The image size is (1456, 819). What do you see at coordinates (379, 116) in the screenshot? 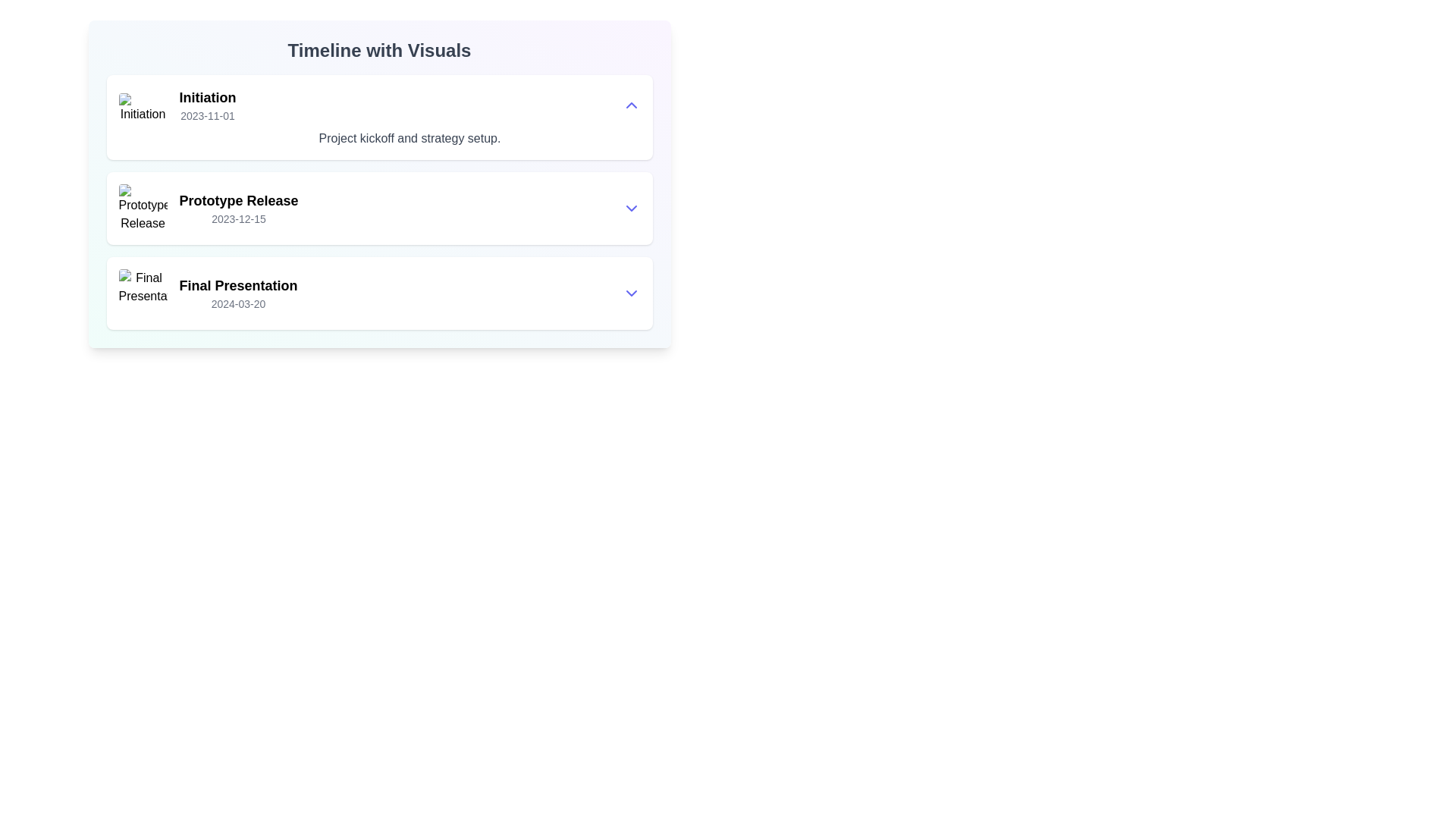
I see `the first list item in the 'Timeline with Visuals' section that provides an overview of the 'Initiation' event` at bounding box center [379, 116].